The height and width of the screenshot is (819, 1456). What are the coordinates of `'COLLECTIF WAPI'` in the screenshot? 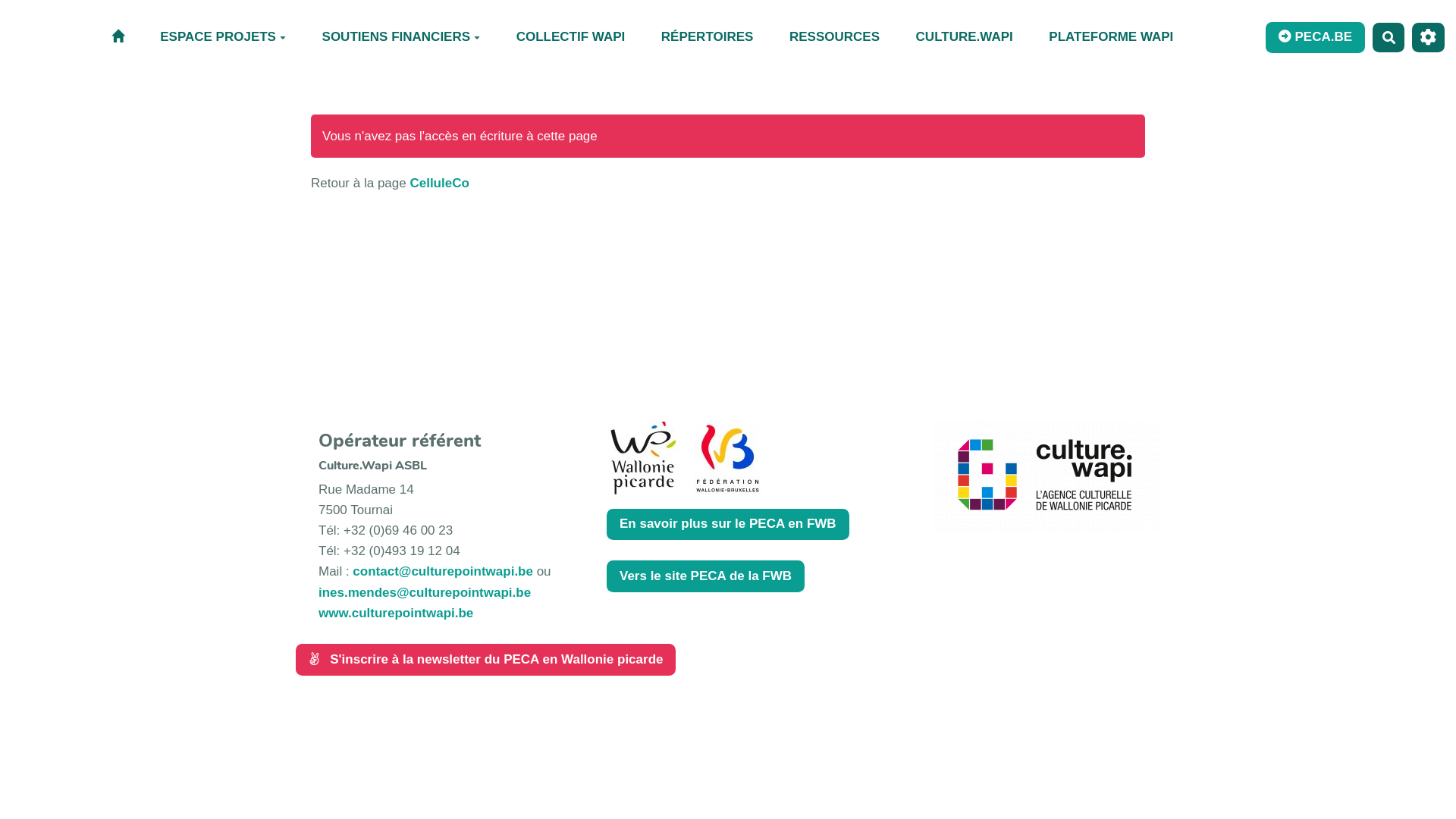 It's located at (570, 36).